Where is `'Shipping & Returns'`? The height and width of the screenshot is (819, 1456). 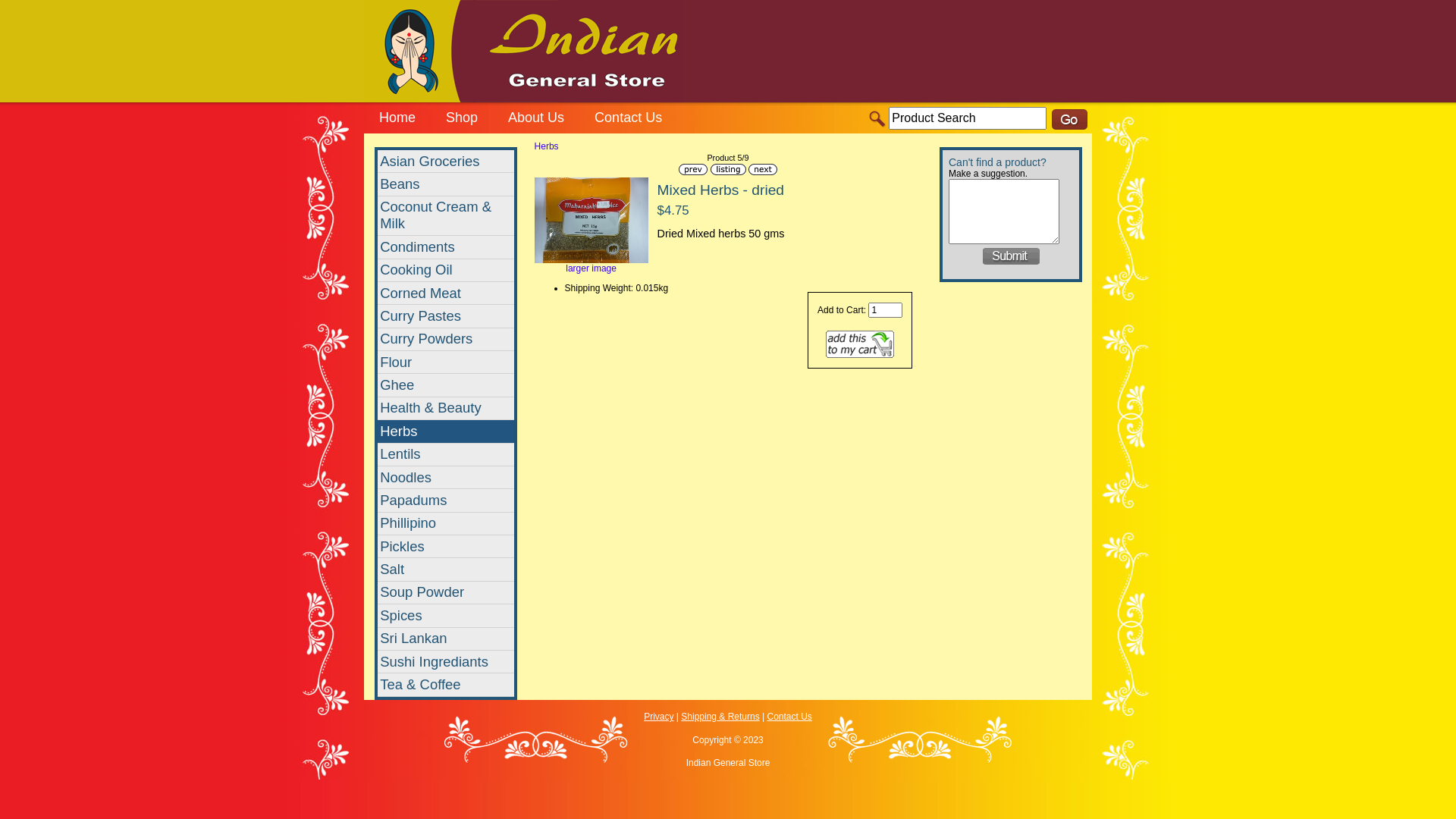
'Shipping & Returns' is located at coordinates (719, 717).